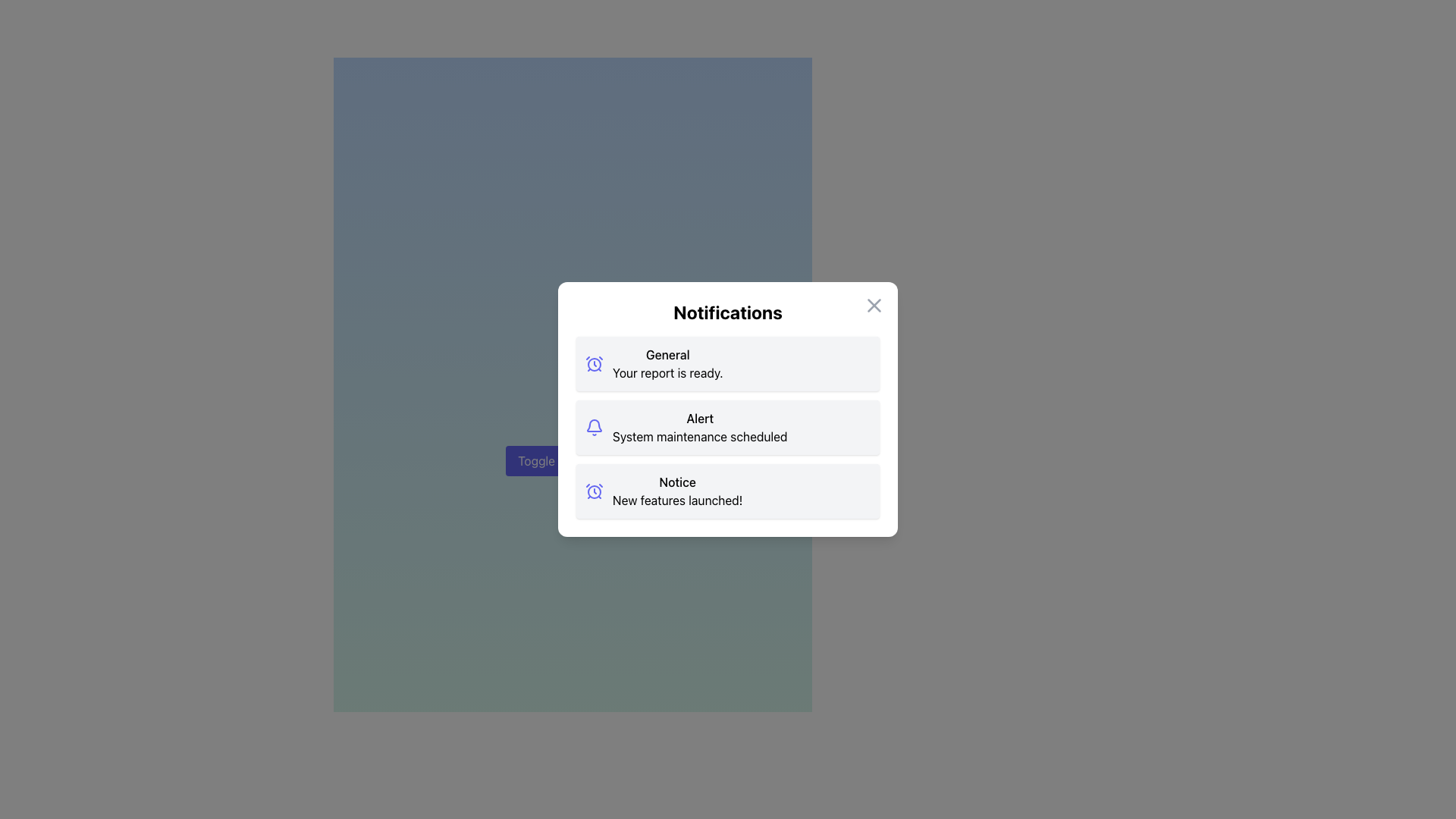 The height and width of the screenshot is (819, 1456). Describe the element at coordinates (699, 427) in the screenshot. I see `notification title and description of the static text display about the system maintenance event, which is the second item in the vertical list of notifications within the notification dialog` at that location.